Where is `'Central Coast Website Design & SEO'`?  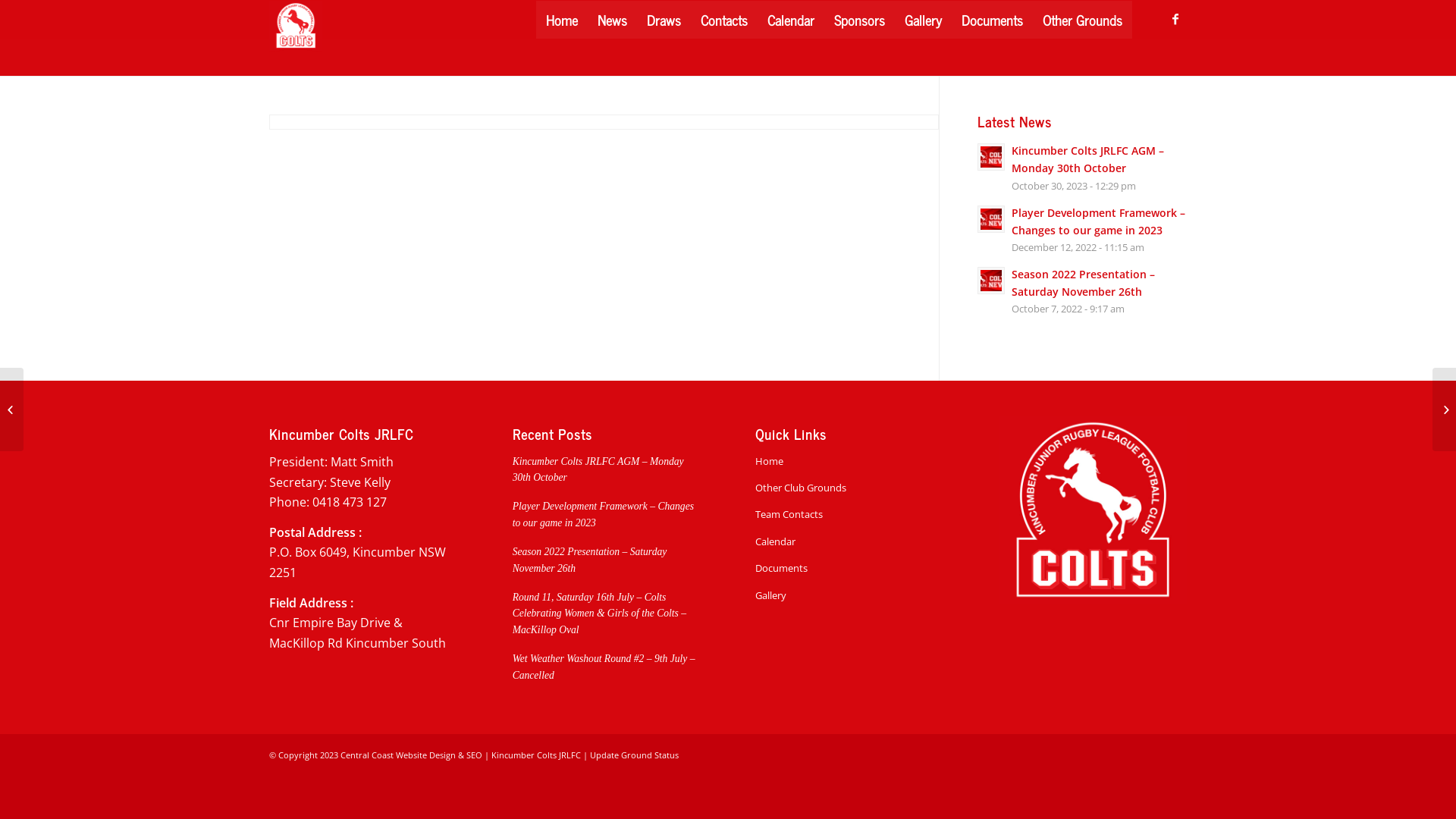 'Central Coast Website Design & SEO' is located at coordinates (411, 755).